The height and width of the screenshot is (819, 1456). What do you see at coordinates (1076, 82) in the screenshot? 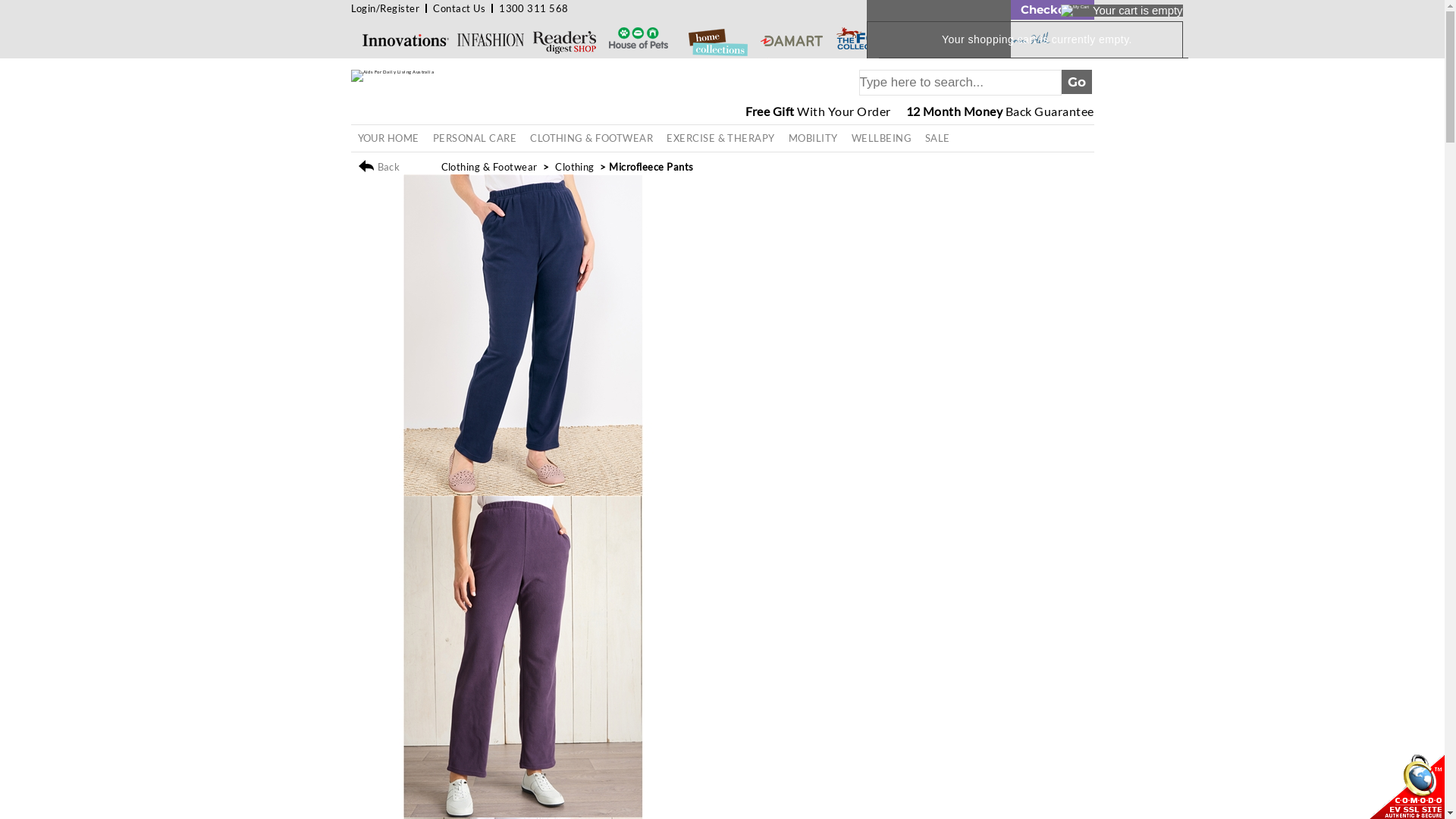
I see `'Go'` at bounding box center [1076, 82].